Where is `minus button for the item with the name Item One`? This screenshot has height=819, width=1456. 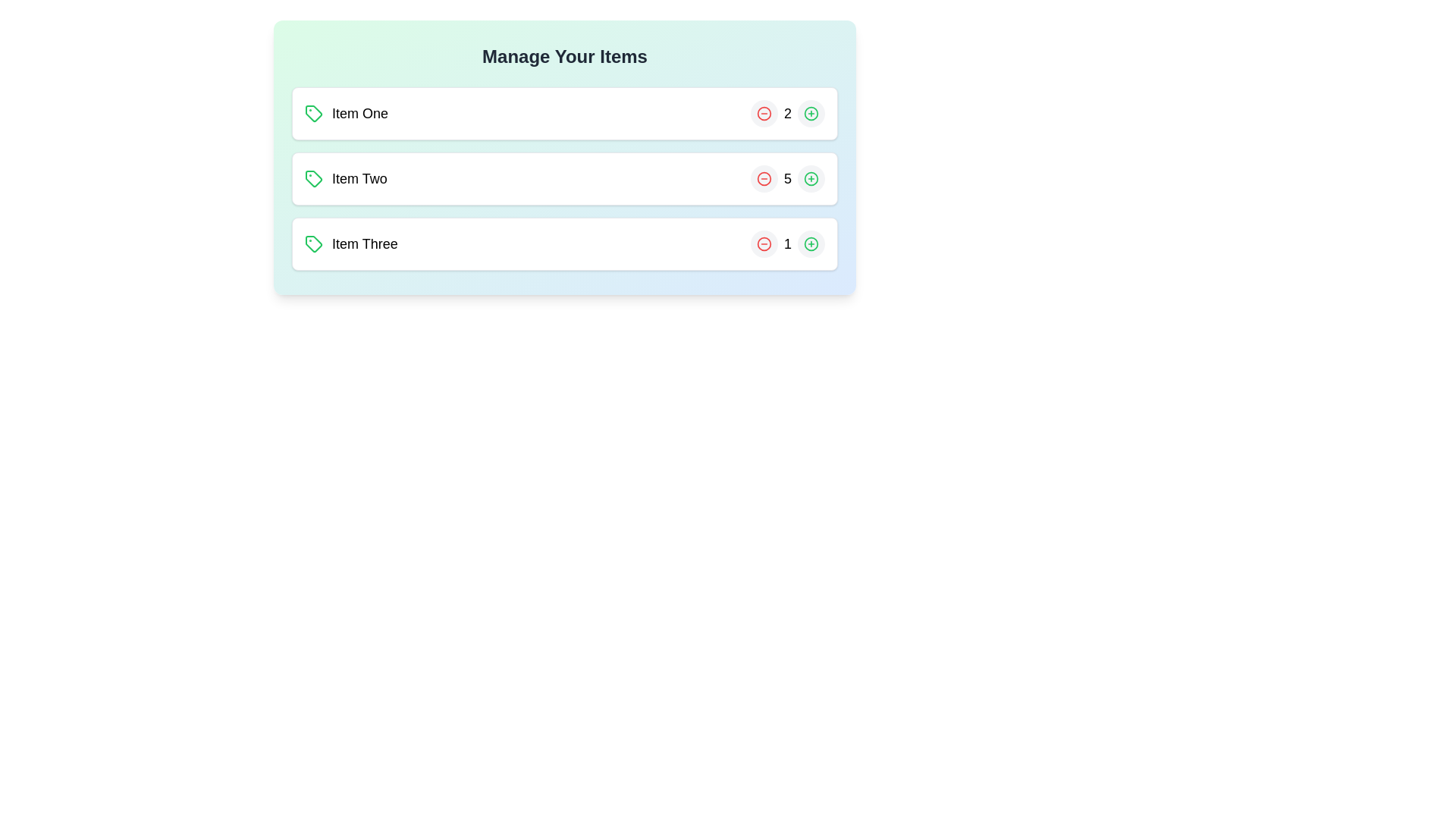
minus button for the item with the name Item One is located at coordinates (764, 113).